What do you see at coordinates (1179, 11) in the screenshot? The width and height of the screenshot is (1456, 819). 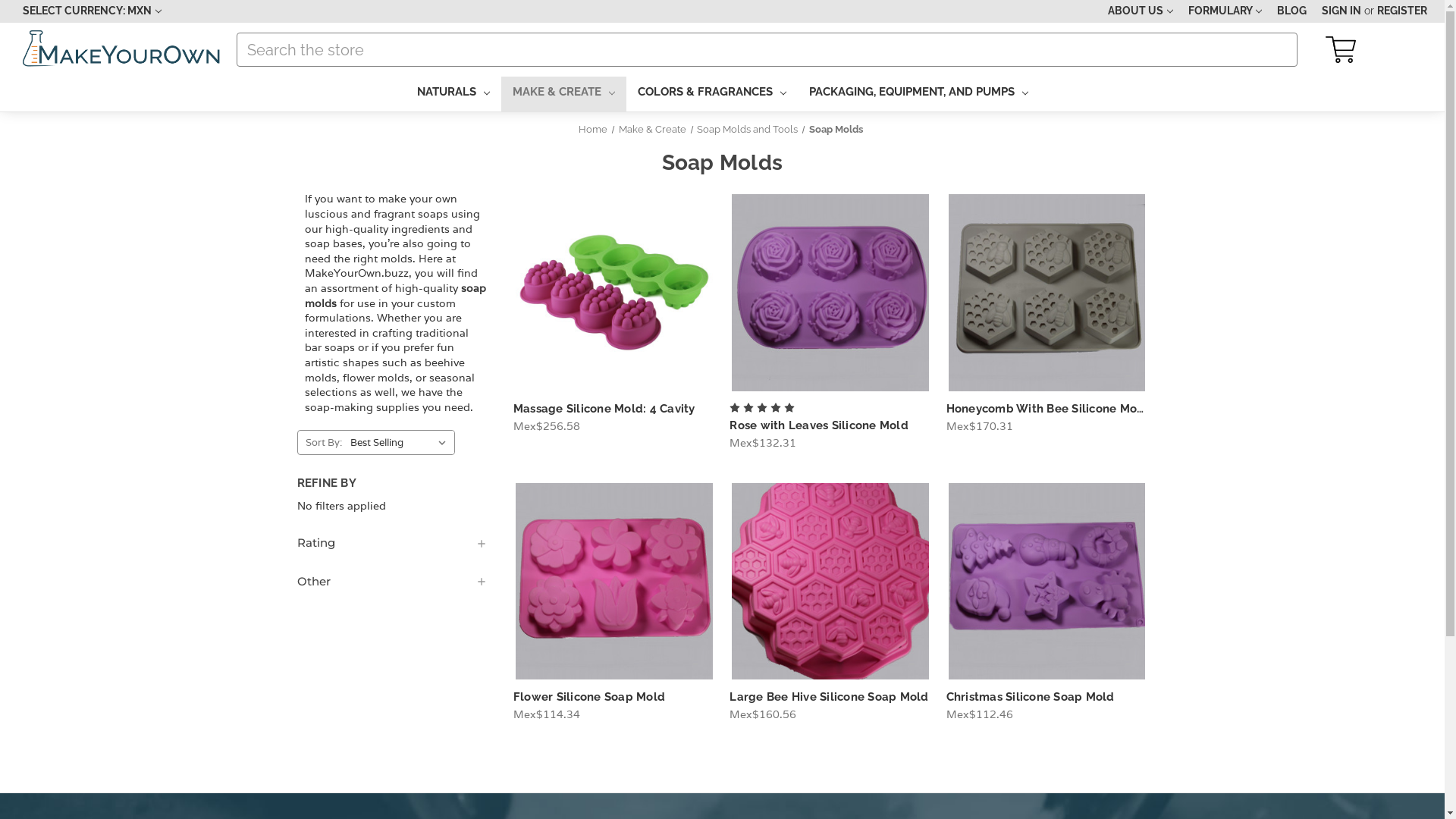 I see `'FORMULARY'` at bounding box center [1179, 11].